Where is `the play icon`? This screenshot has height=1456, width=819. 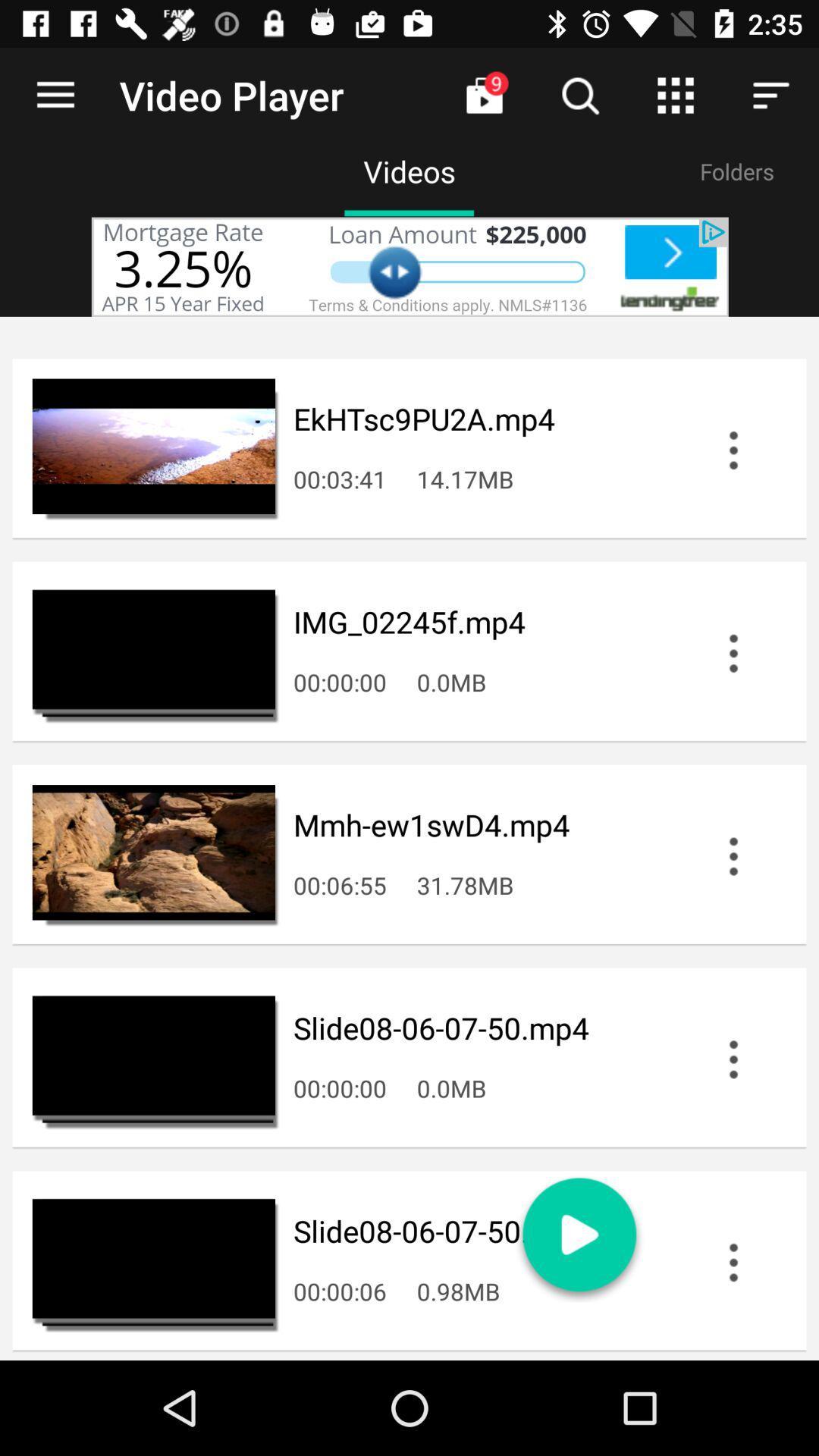 the play icon is located at coordinates (579, 1235).